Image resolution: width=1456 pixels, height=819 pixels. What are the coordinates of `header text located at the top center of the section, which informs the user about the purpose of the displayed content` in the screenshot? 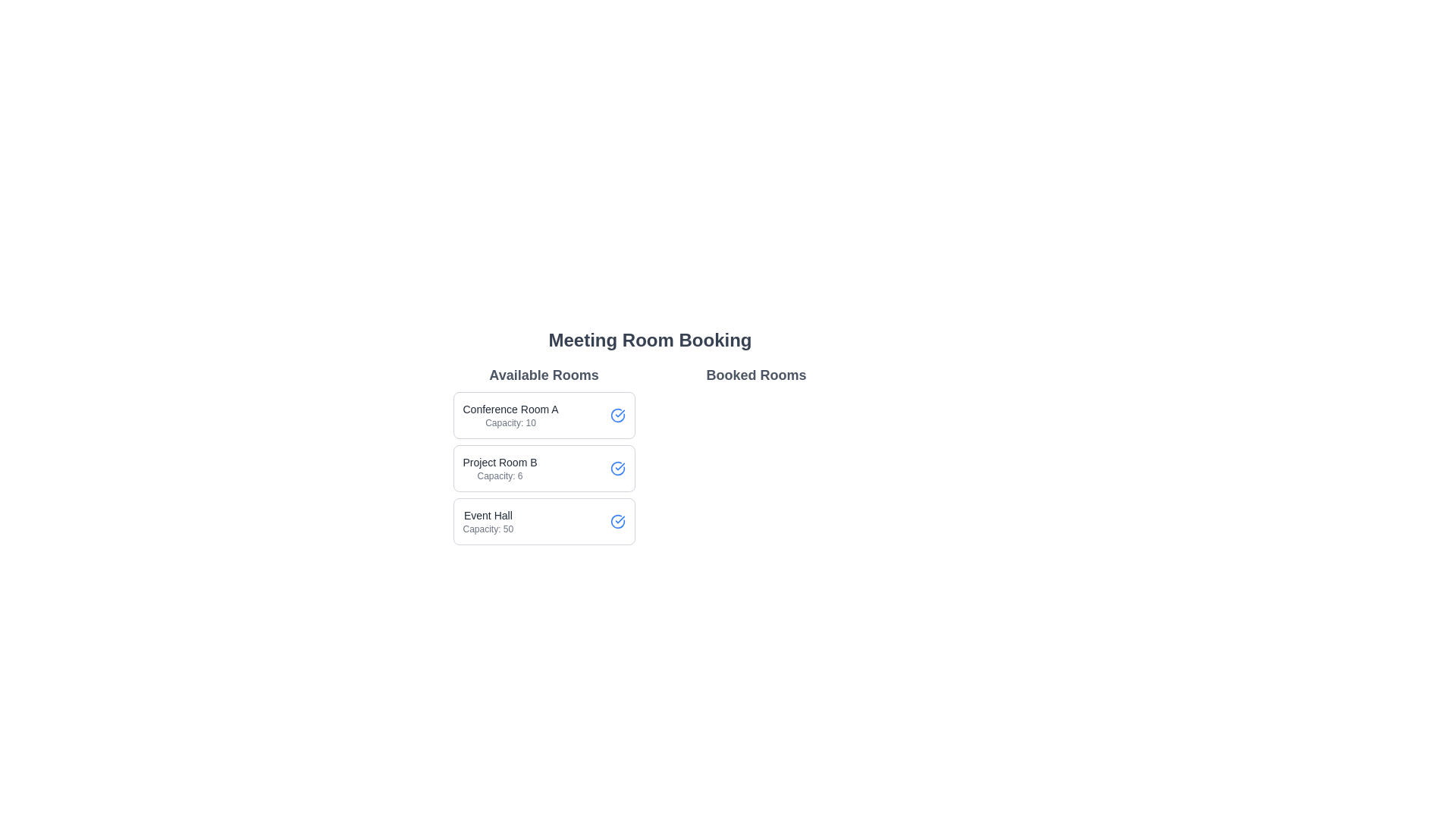 It's located at (650, 339).